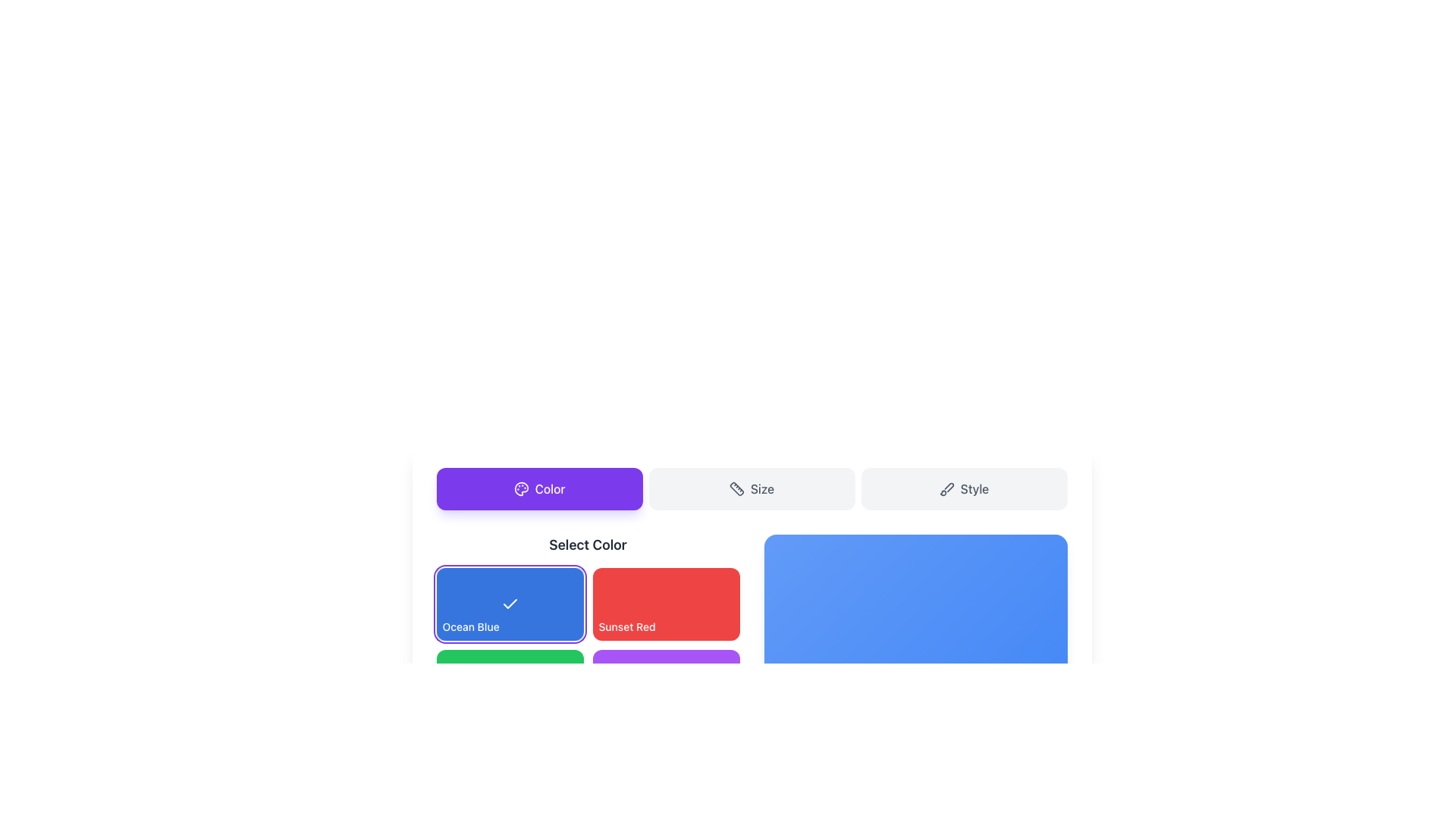  What do you see at coordinates (752, 488) in the screenshot?
I see `the 'Size' button, which is a rectangular button with rounded corners and a ruler icon to the left of the 'Size' label` at bounding box center [752, 488].